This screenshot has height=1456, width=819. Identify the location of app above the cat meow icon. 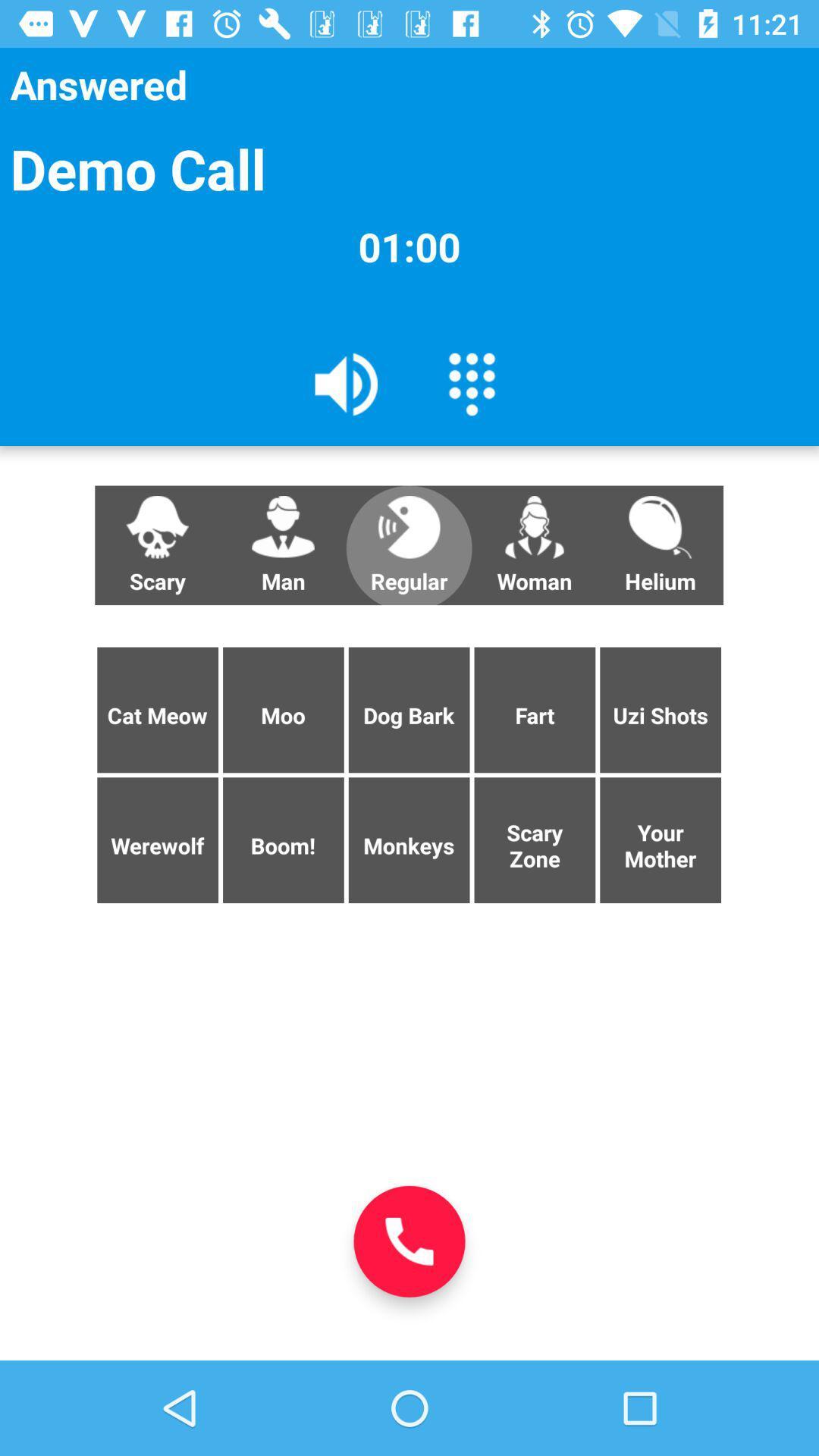
(283, 545).